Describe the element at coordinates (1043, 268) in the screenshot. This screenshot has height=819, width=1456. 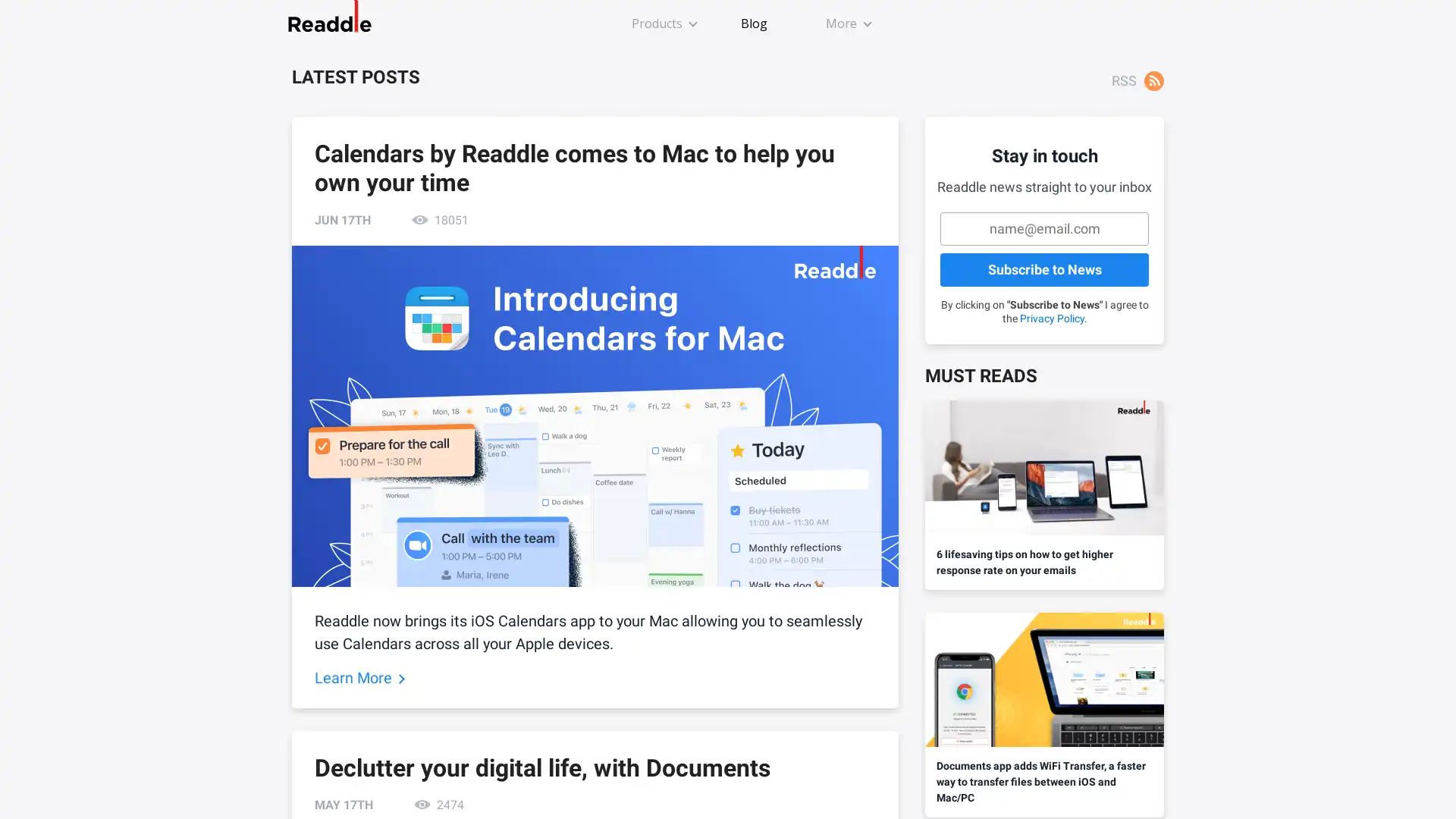
I see `Subscribe to News` at that location.